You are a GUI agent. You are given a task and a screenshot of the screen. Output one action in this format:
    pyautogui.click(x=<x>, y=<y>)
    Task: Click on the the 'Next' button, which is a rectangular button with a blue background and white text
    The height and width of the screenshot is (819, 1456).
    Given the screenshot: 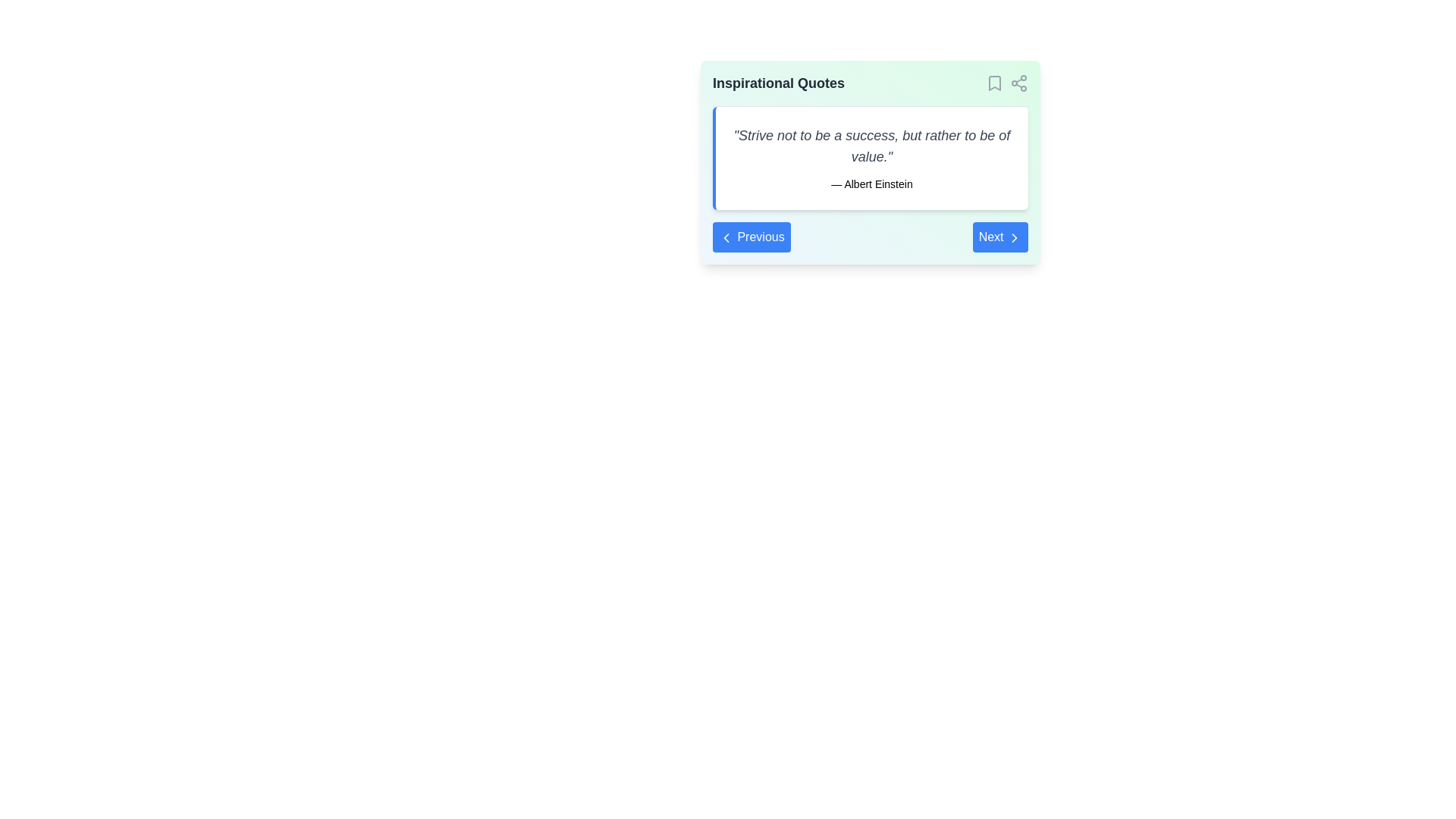 What is the action you would take?
    pyautogui.click(x=1000, y=237)
    